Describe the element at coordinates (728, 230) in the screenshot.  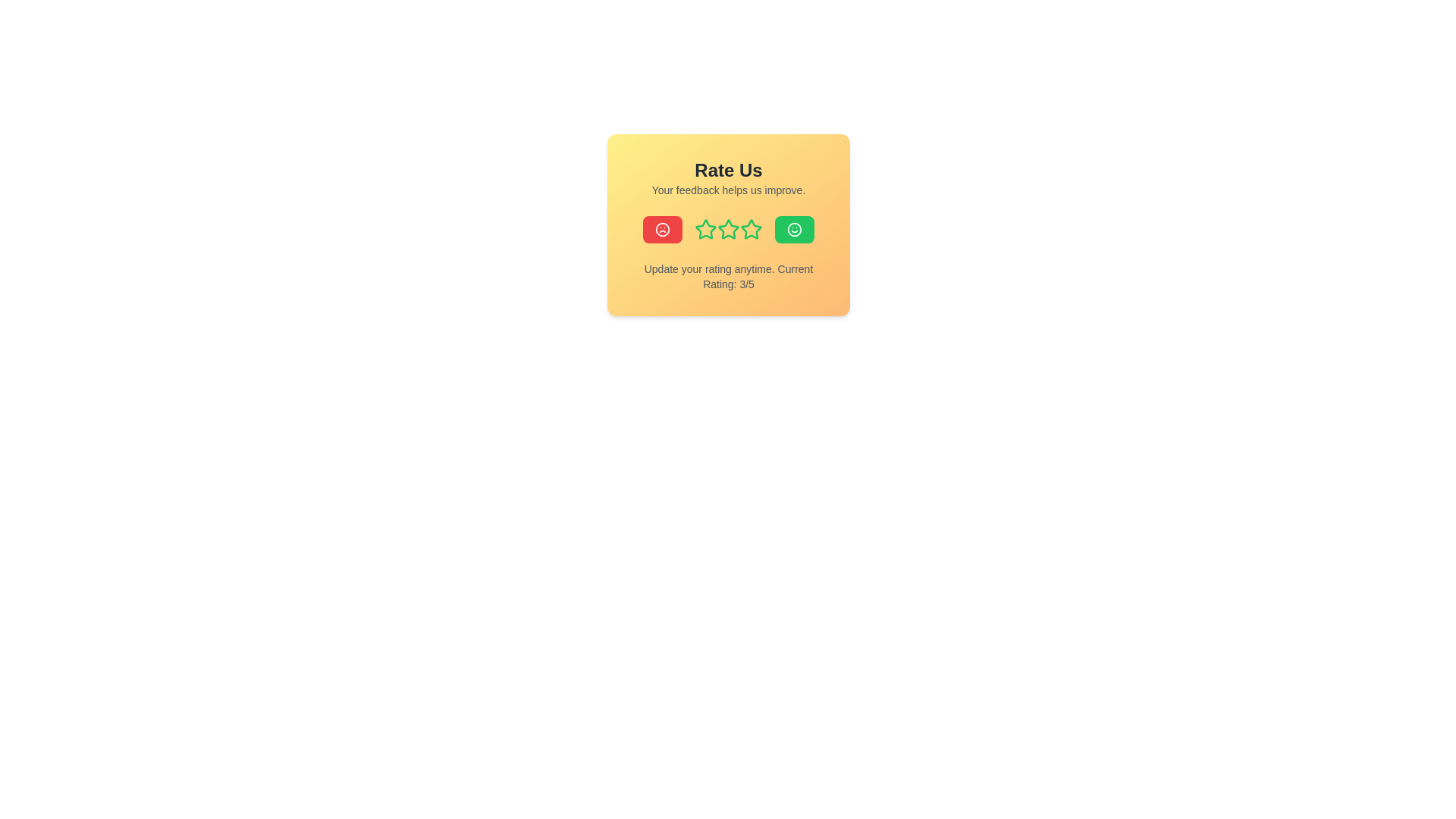
I see `the green-colored star icon in the rating options section of the 'Rate Us' interface` at that location.